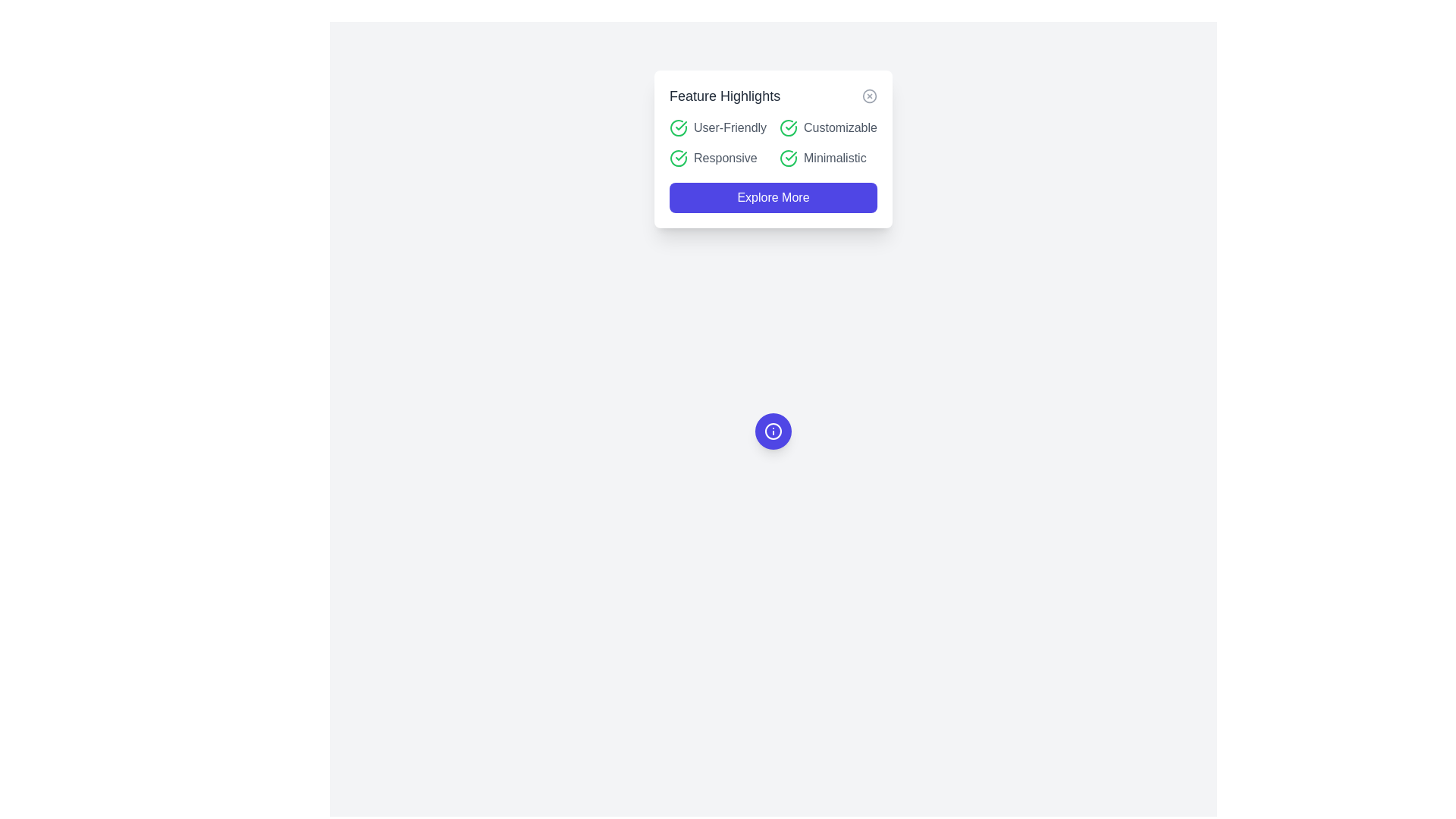  What do you see at coordinates (827, 127) in the screenshot?
I see `the interactive Label with icon that reads 'Customizable', featuring a circular green checkmark to the left, located in the top-right quadrant of the interface` at bounding box center [827, 127].